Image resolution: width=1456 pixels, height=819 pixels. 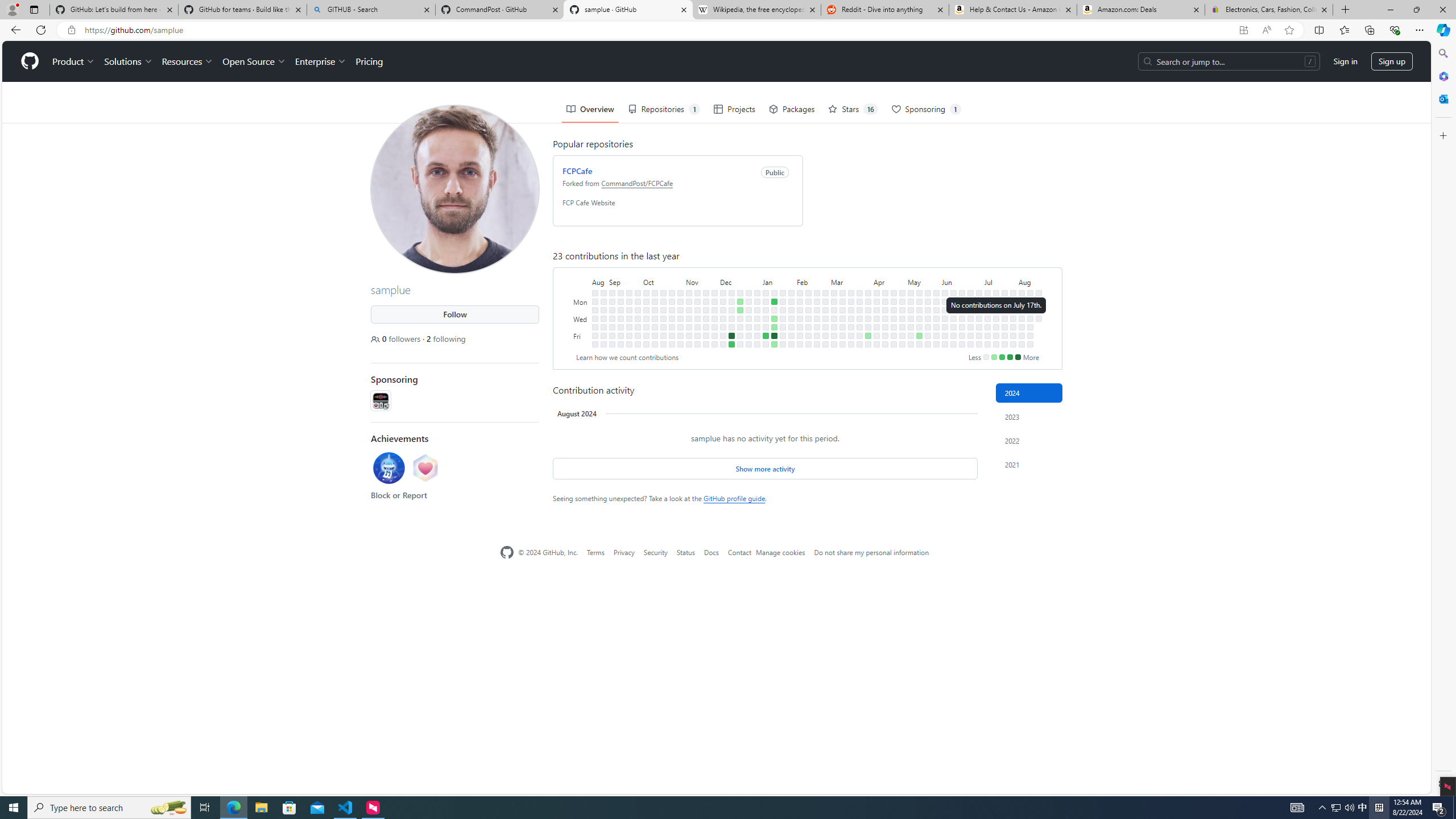 What do you see at coordinates (320, 61) in the screenshot?
I see `'Enterprise'` at bounding box center [320, 61].